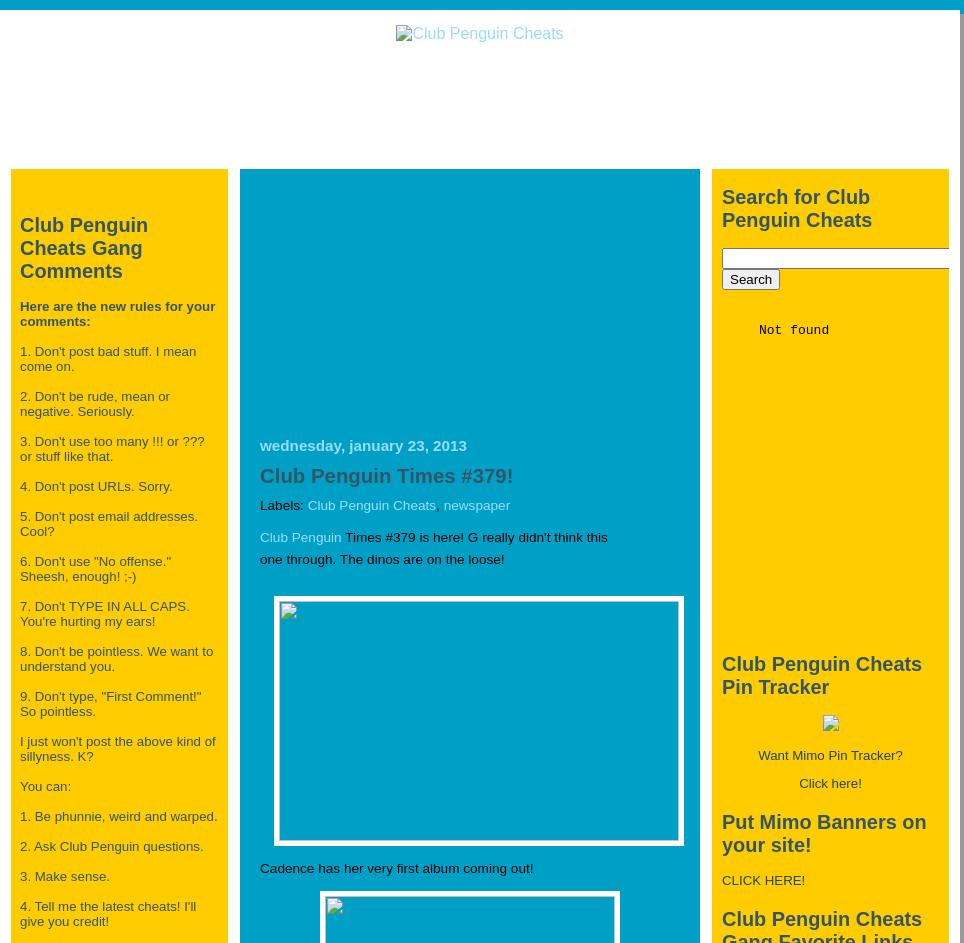 The width and height of the screenshot is (964, 943). What do you see at coordinates (363, 445) in the screenshot?
I see `'Wednesday, January 23, 2013'` at bounding box center [363, 445].